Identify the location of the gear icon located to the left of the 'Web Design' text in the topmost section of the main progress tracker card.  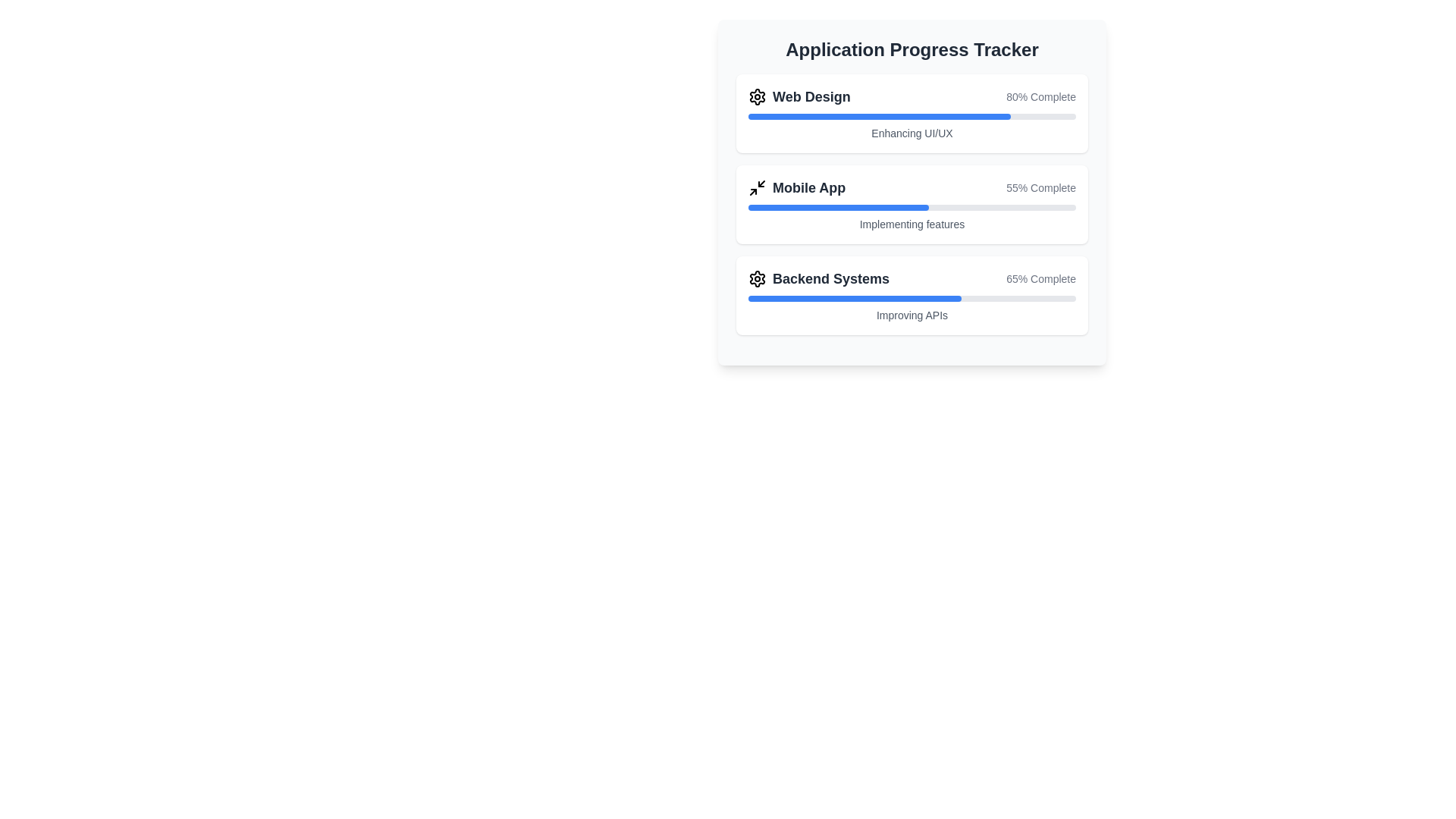
(757, 96).